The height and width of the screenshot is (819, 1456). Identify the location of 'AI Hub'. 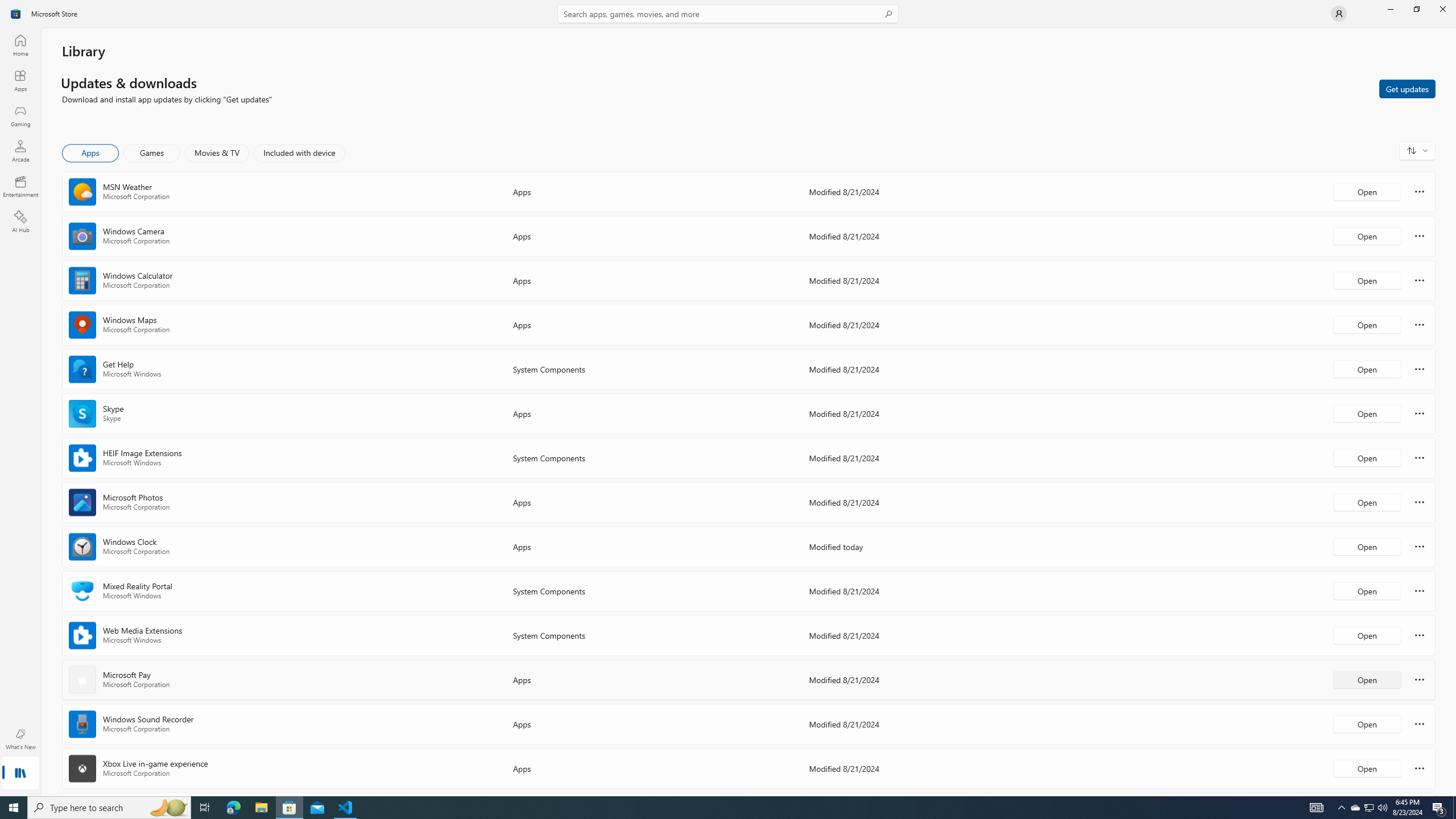
(19, 221).